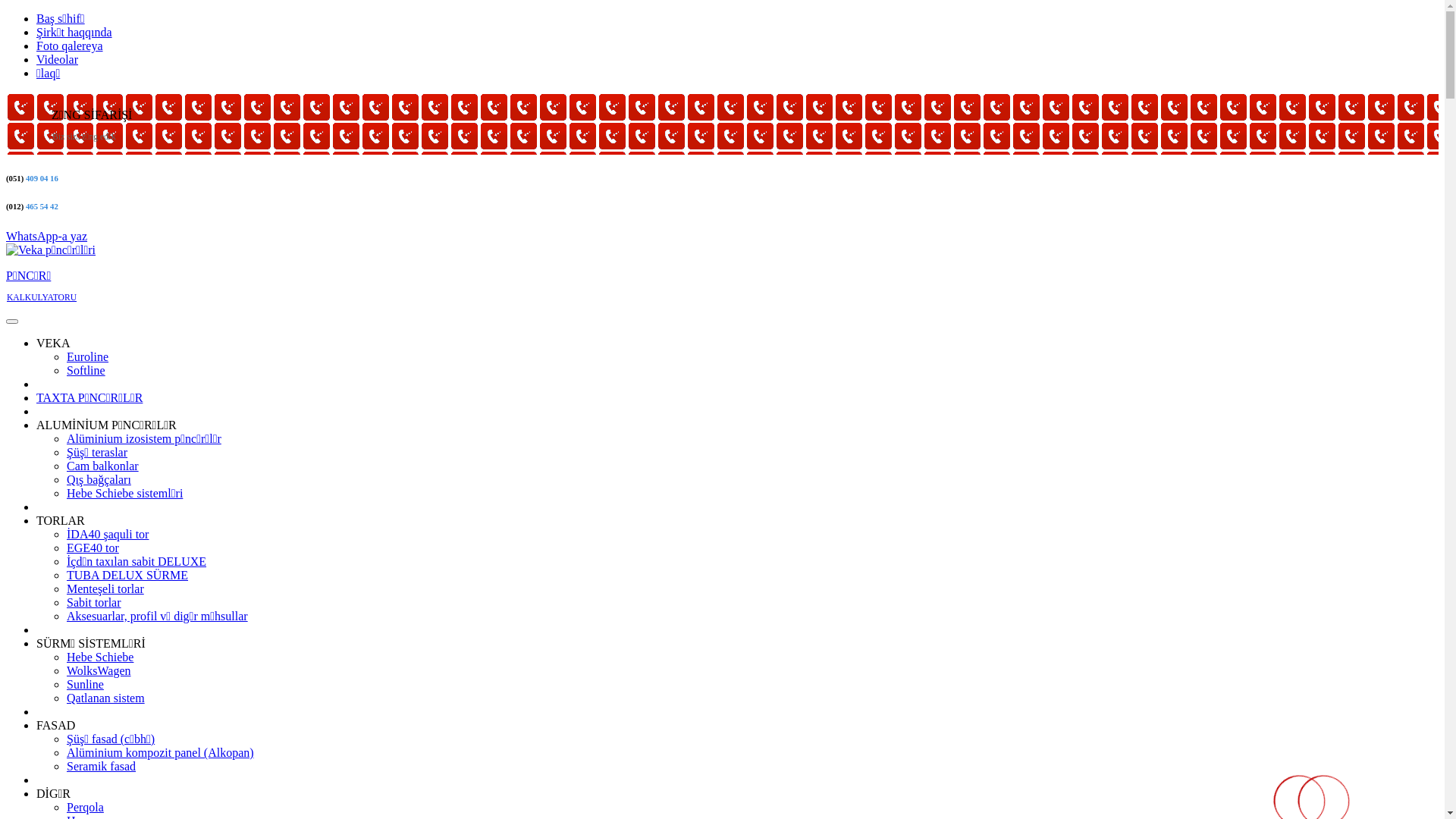  I want to click on 'Qatlanan sistem', so click(65, 698).